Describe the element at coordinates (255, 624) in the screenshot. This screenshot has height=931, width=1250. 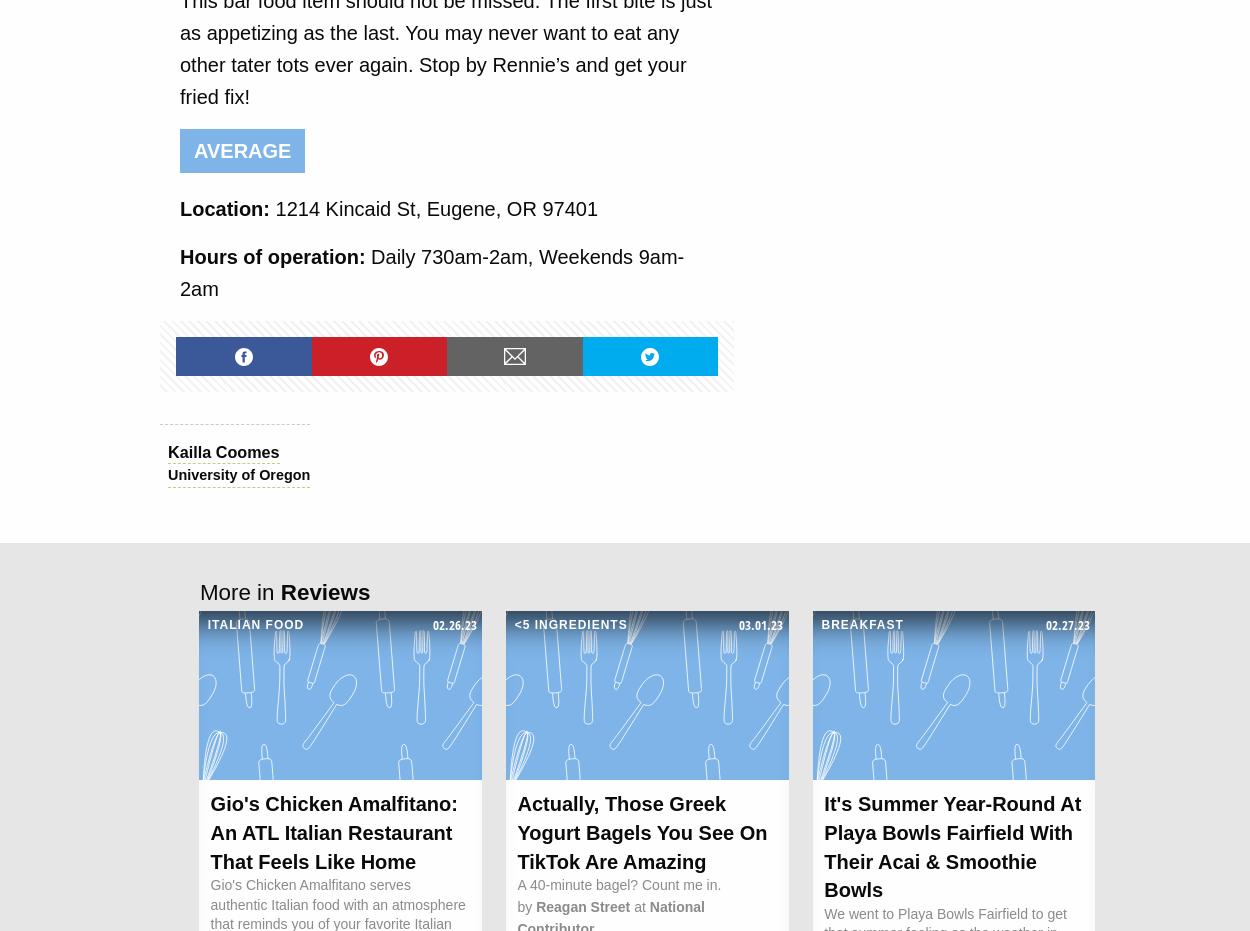
I see `'Italian Food'` at that location.